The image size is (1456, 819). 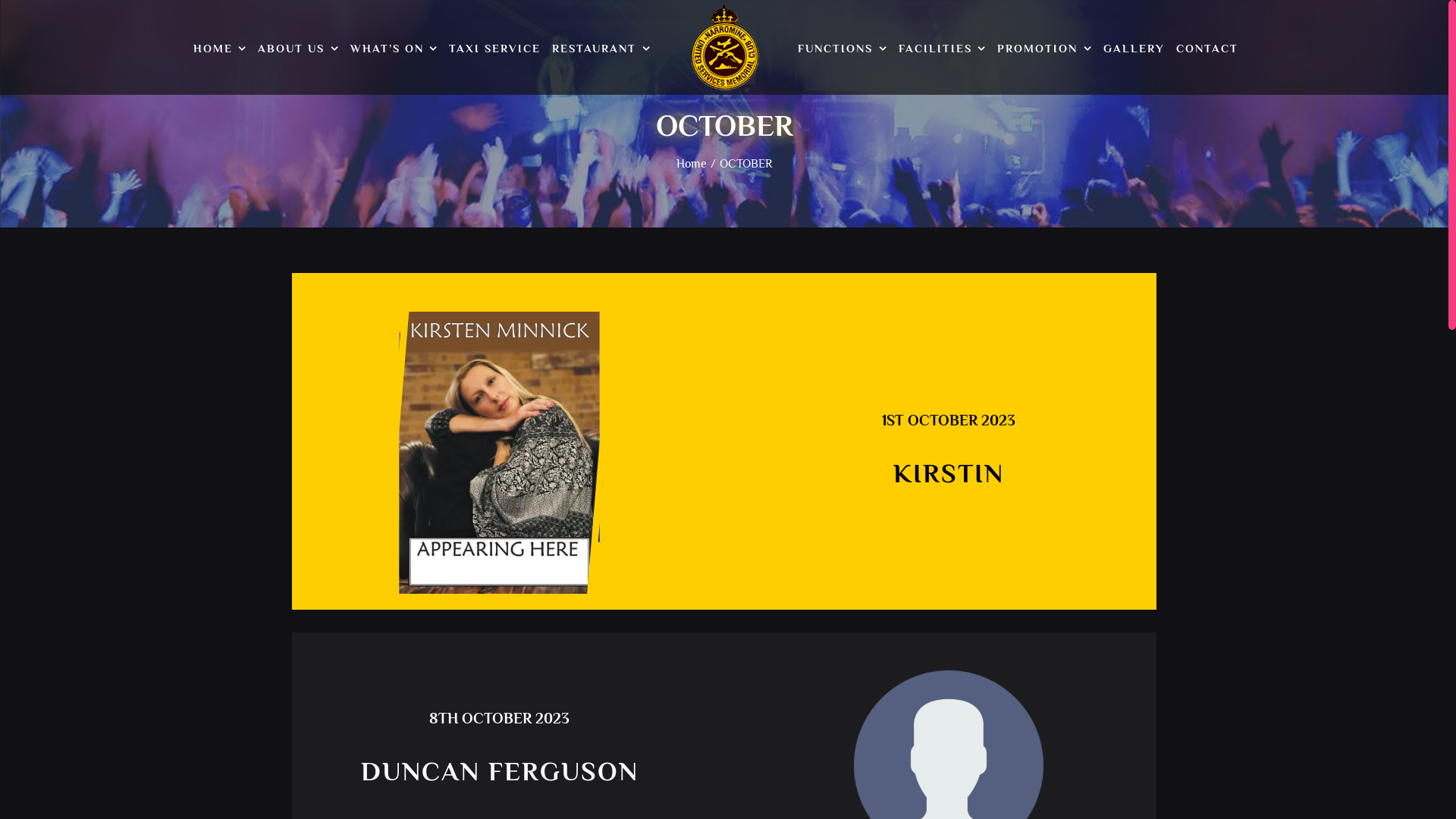 What do you see at coordinates (1043, 49) in the screenshot?
I see `'PROMOTION'` at bounding box center [1043, 49].